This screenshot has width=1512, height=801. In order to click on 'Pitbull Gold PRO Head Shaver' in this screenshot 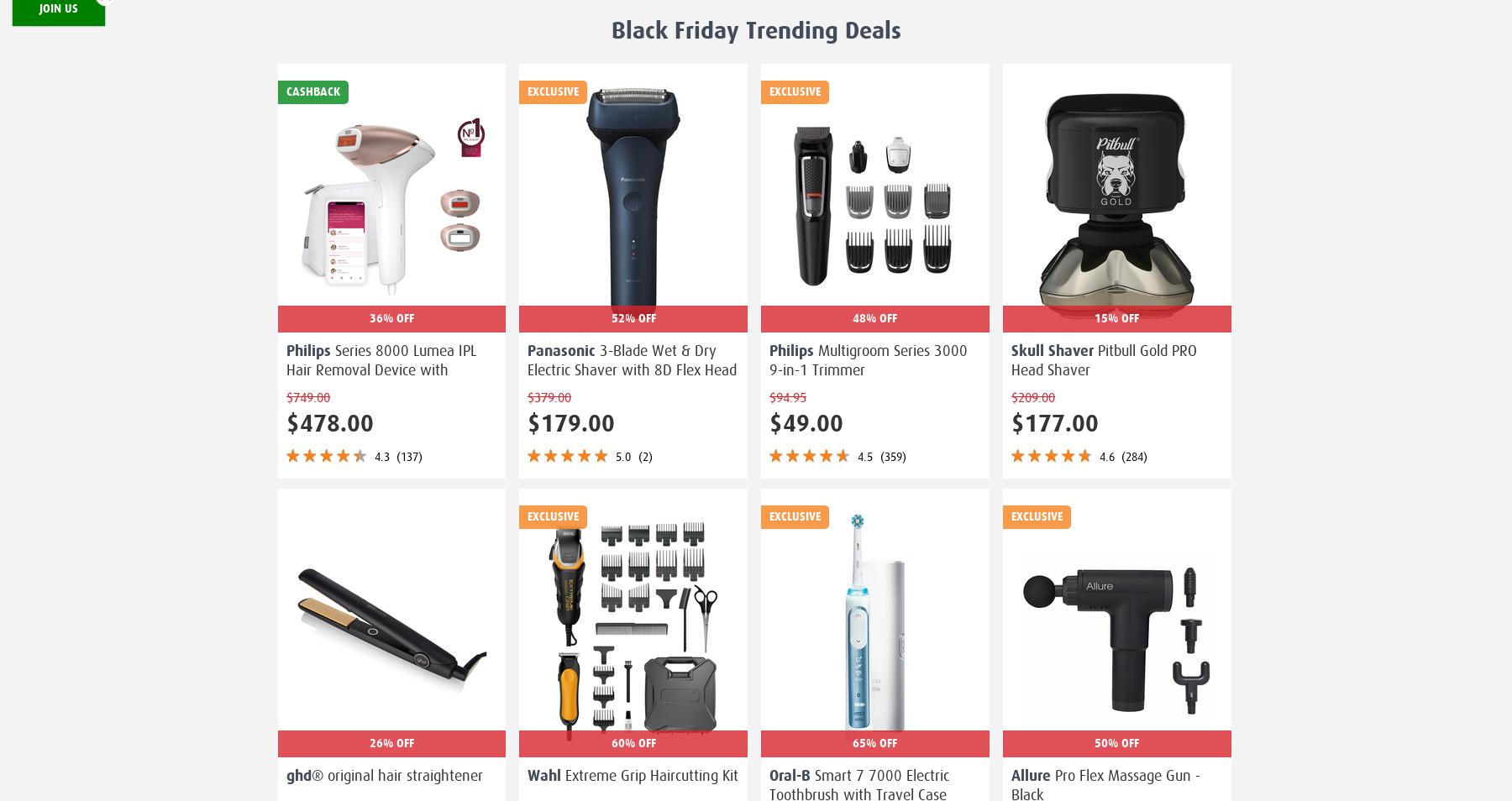, I will do `click(1103, 360)`.